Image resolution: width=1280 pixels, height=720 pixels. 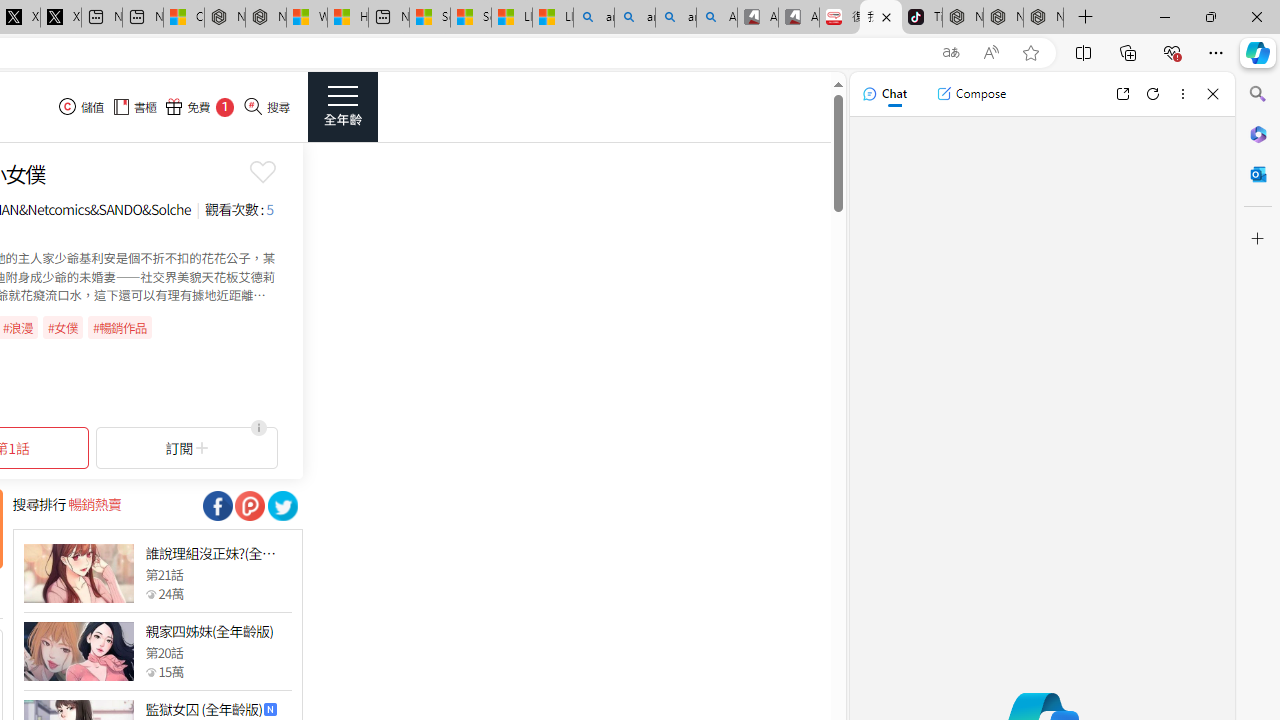 What do you see at coordinates (281, 505) in the screenshot?
I see `'Class: socialShare'` at bounding box center [281, 505].